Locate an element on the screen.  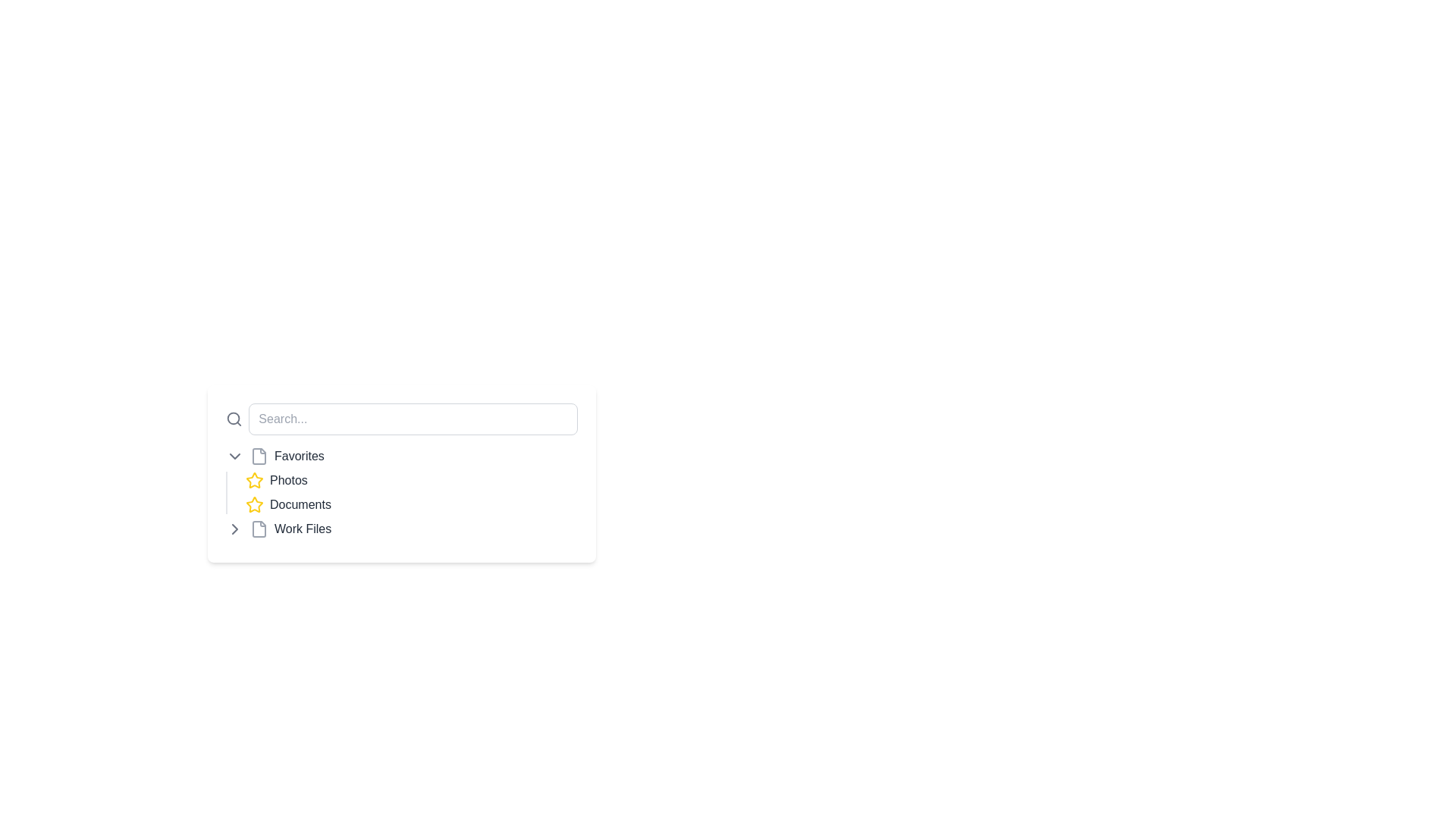
the gray document icon located in the navigation menu under the 'Favorites' label, positioned to the left of the 'Favorites' text is located at coordinates (259, 455).